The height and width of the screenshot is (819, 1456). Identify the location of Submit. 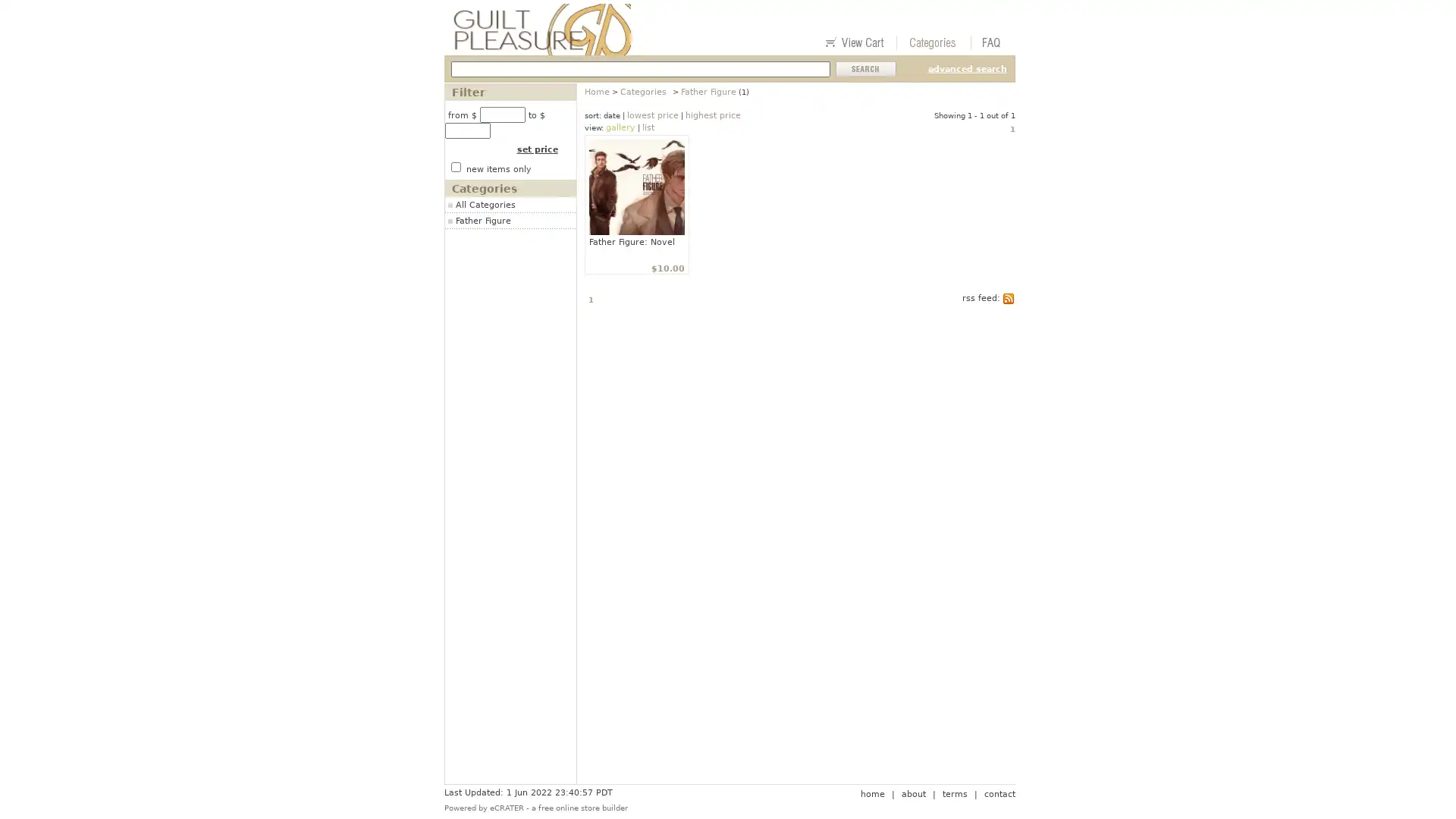
(865, 69).